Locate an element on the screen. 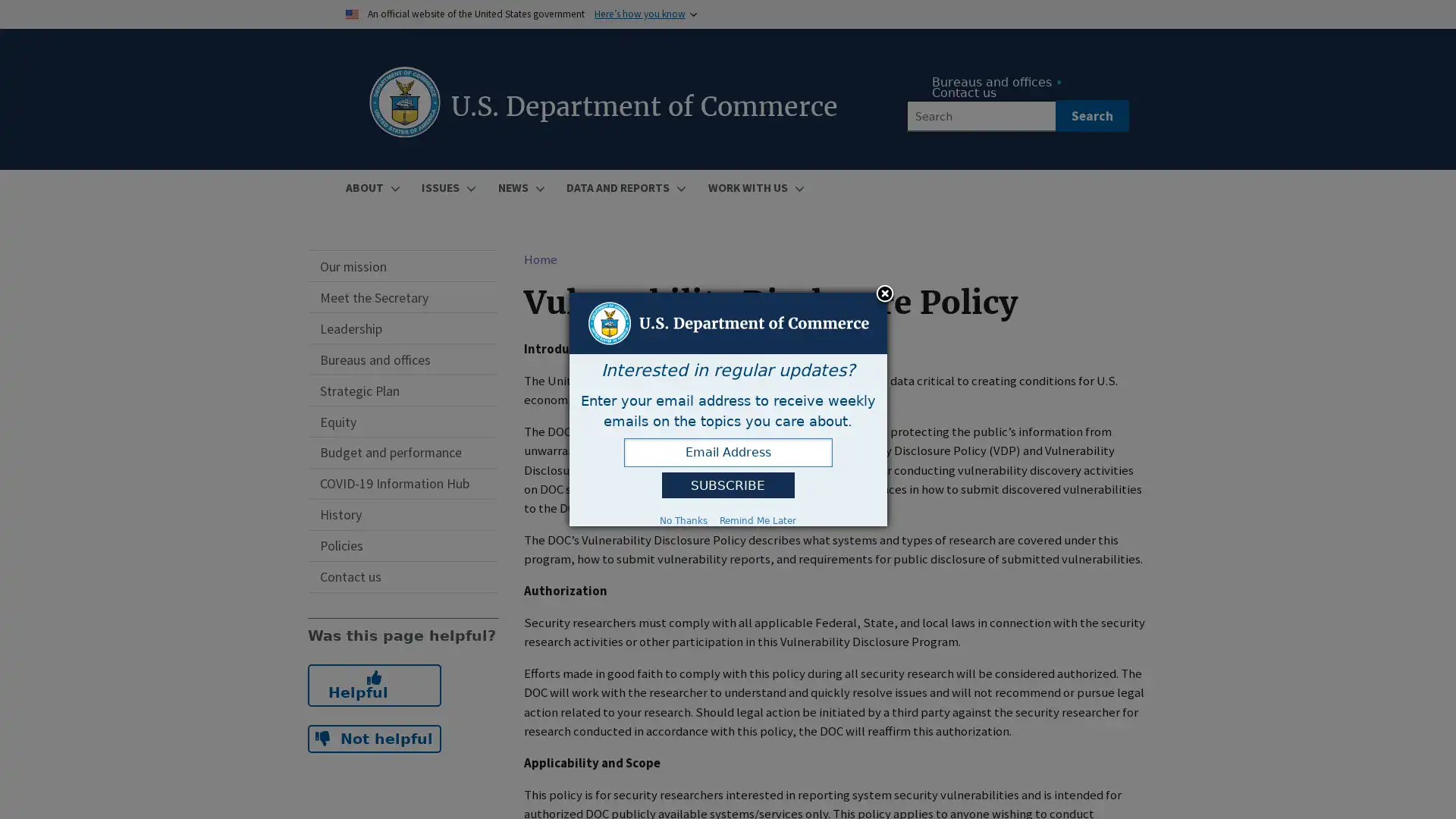 Image resolution: width=1456 pixels, height=819 pixels. Search is located at coordinates (1090, 115).